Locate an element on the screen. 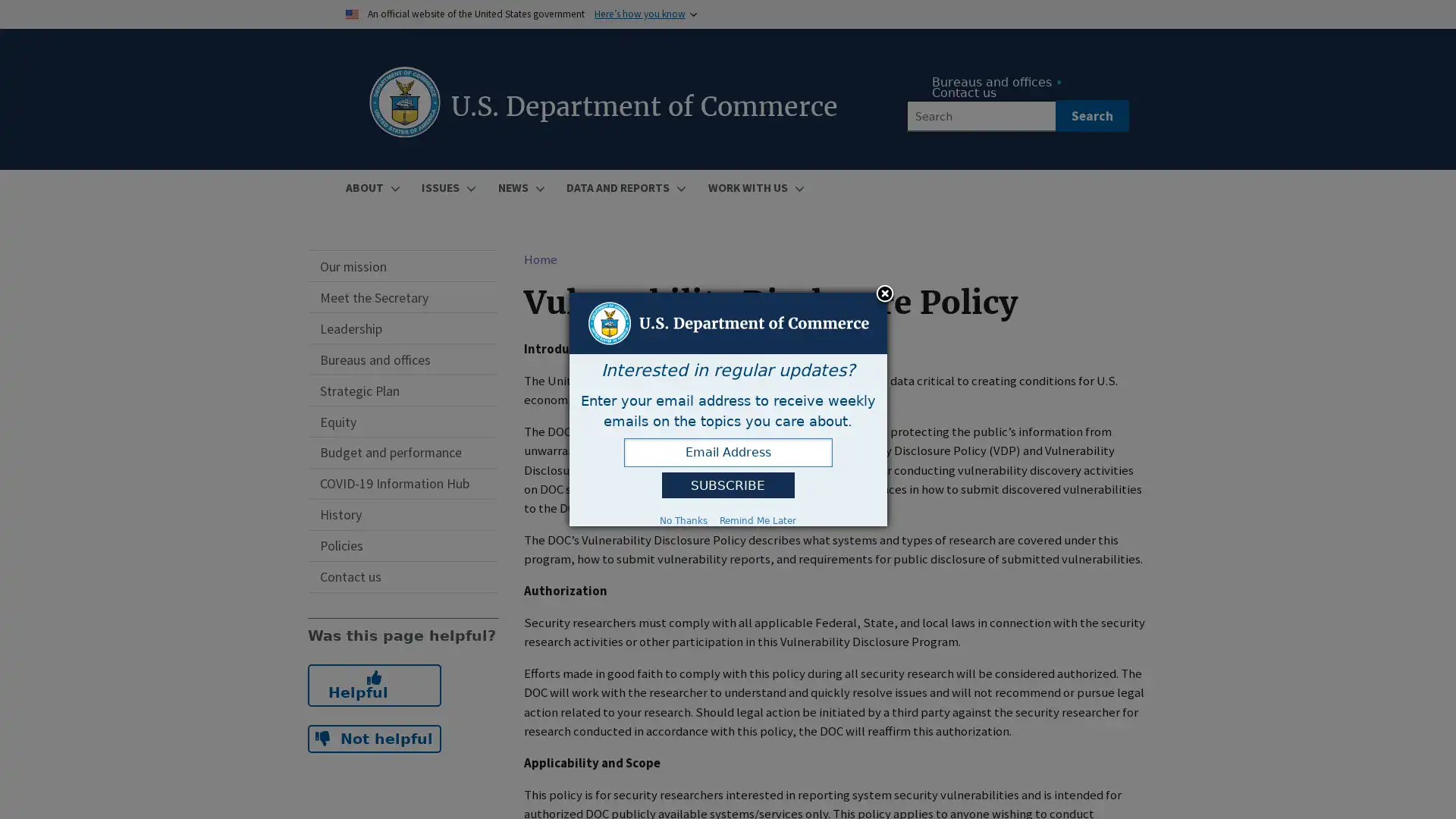 Image resolution: width=1456 pixels, height=819 pixels. Search is located at coordinates (1090, 115).